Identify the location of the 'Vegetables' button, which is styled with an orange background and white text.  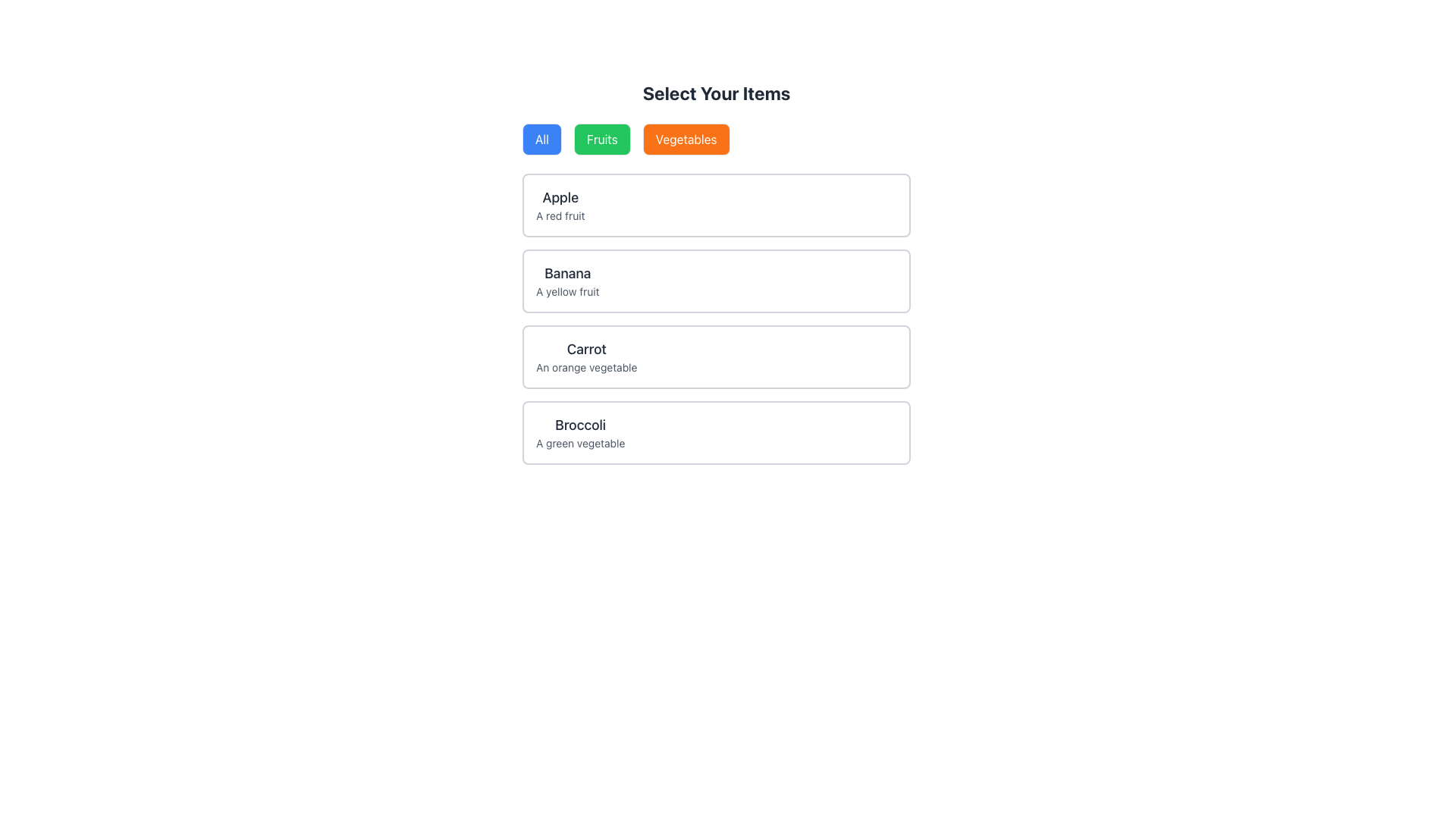
(686, 140).